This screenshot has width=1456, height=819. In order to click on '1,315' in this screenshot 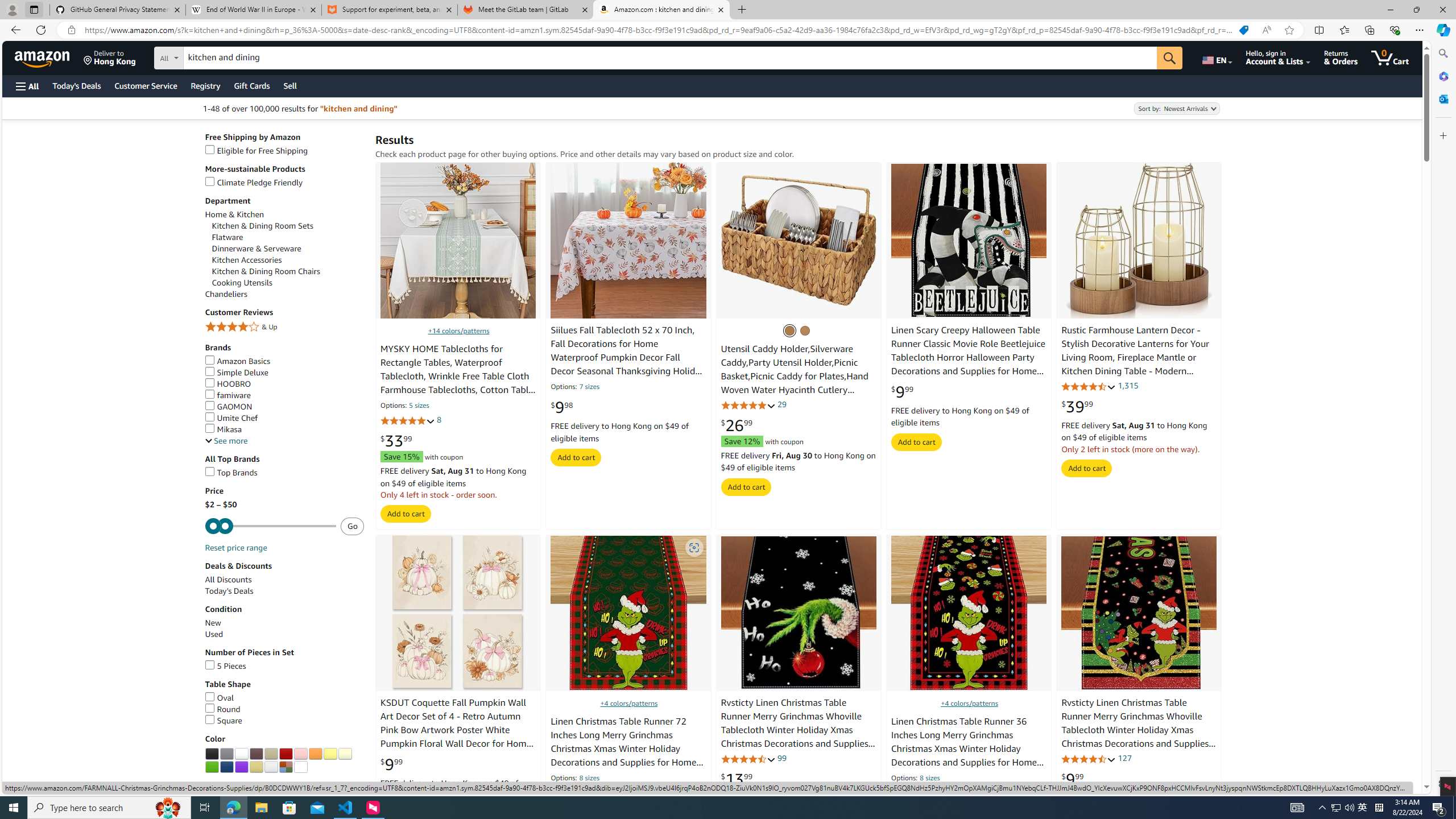, I will do `click(1128, 385)`.